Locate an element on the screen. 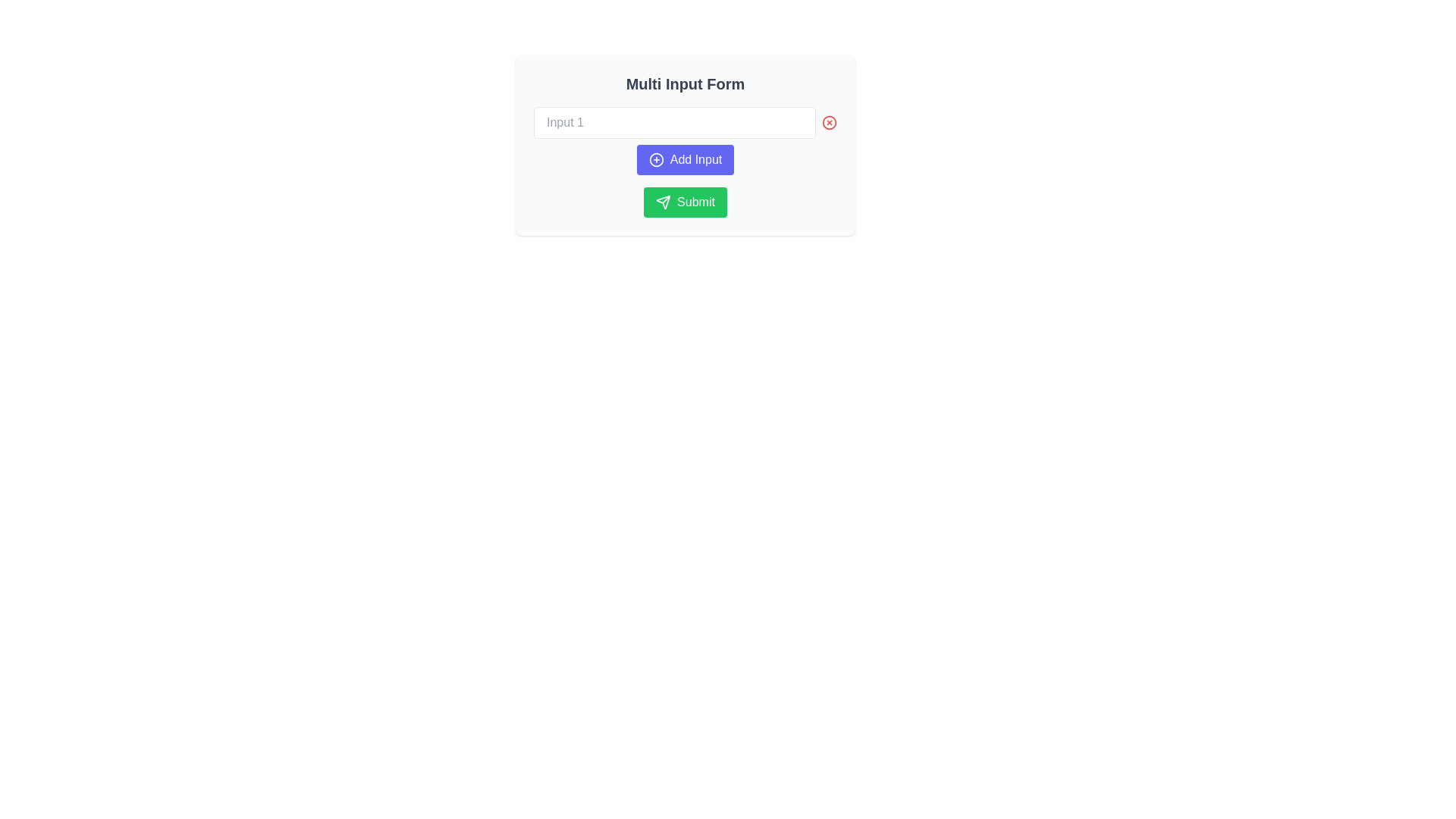  the button located in the center of the 'Multi Input Form', which is positioned below 'Input 1' and above the green 'Submit' button is located at coordinates (684, 160).